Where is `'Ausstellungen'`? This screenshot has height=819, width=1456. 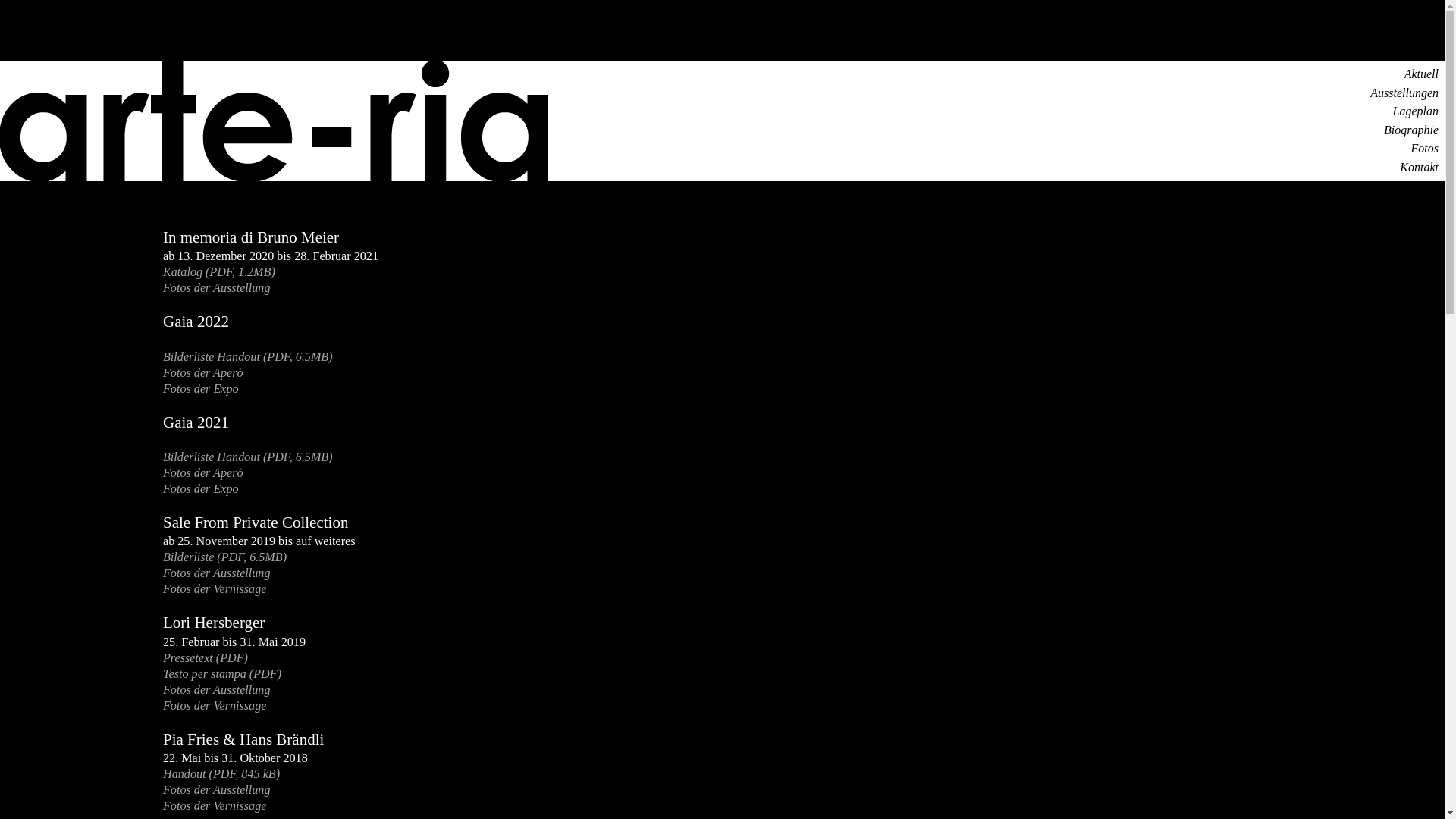
'Ausstellungen' is located at coordinates (1404, 93).